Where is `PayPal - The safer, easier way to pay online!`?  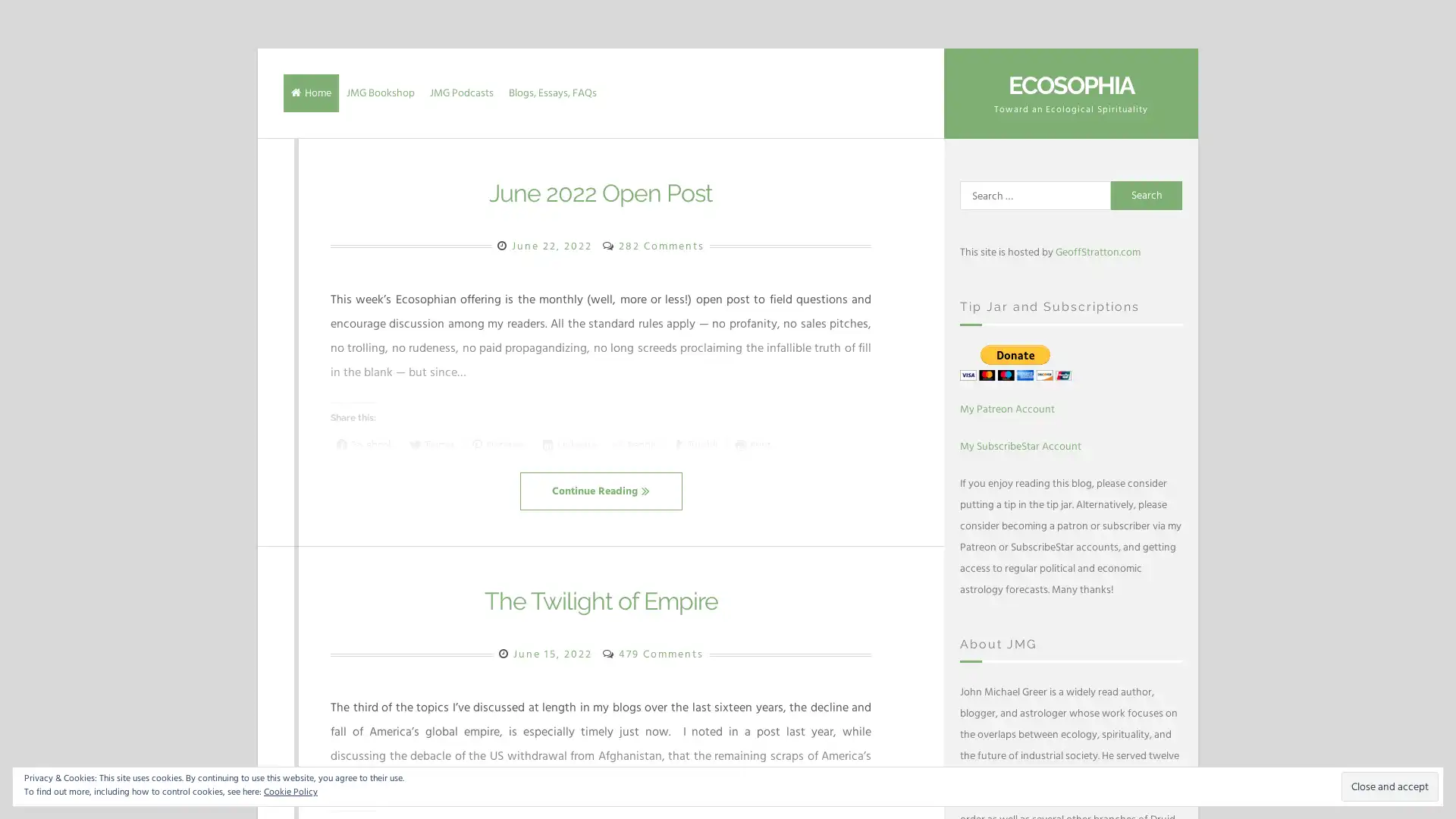
PayPal - The safer, easier way to pay online! is located at coordinates (1015, 362).